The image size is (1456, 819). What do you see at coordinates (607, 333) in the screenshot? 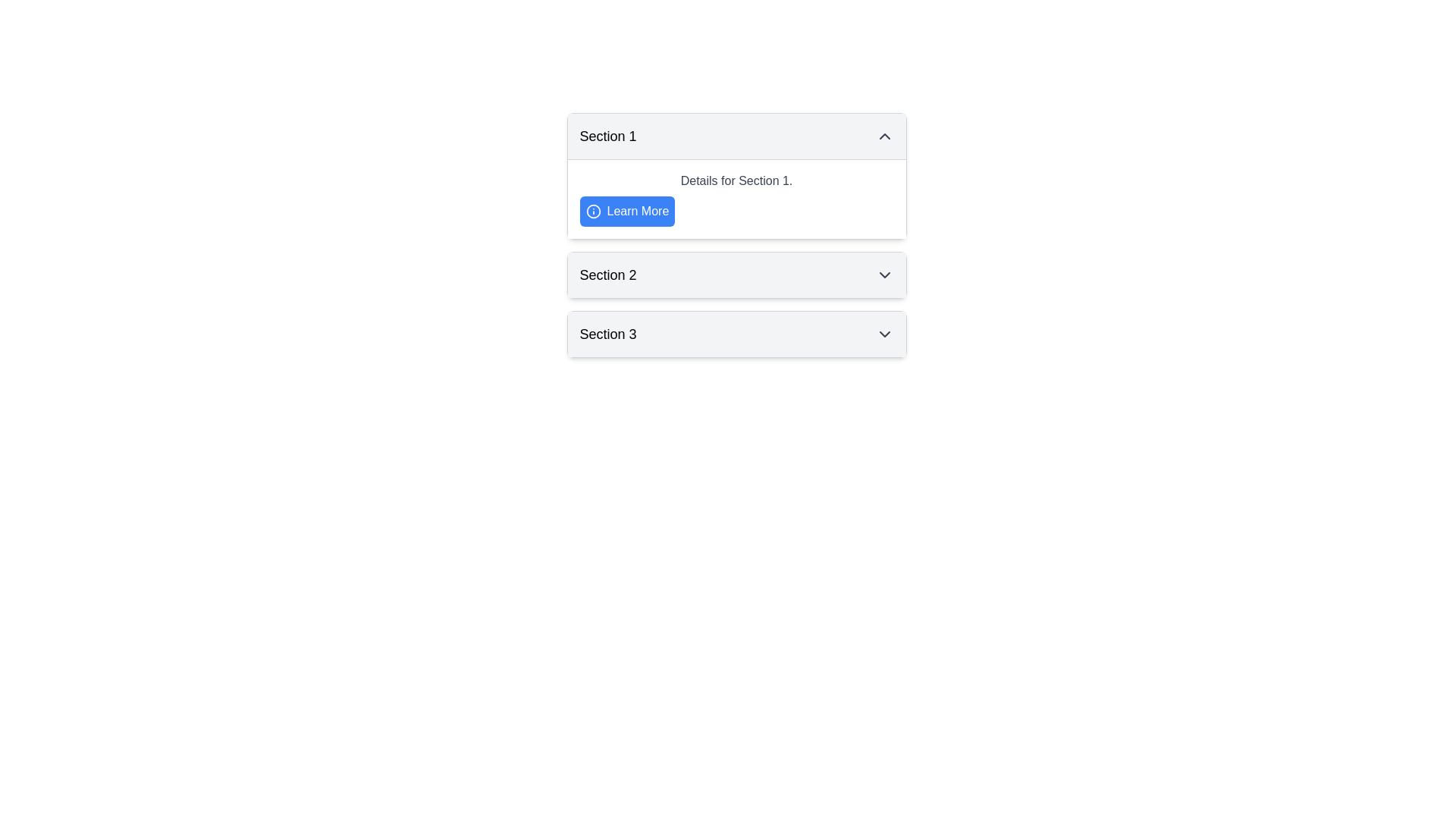
I see `the Static Label for 'Section 3', which serves as the heading for the collapsible section located below 'Section 1' and 'Section 2'` at bounding box center [607, 333].